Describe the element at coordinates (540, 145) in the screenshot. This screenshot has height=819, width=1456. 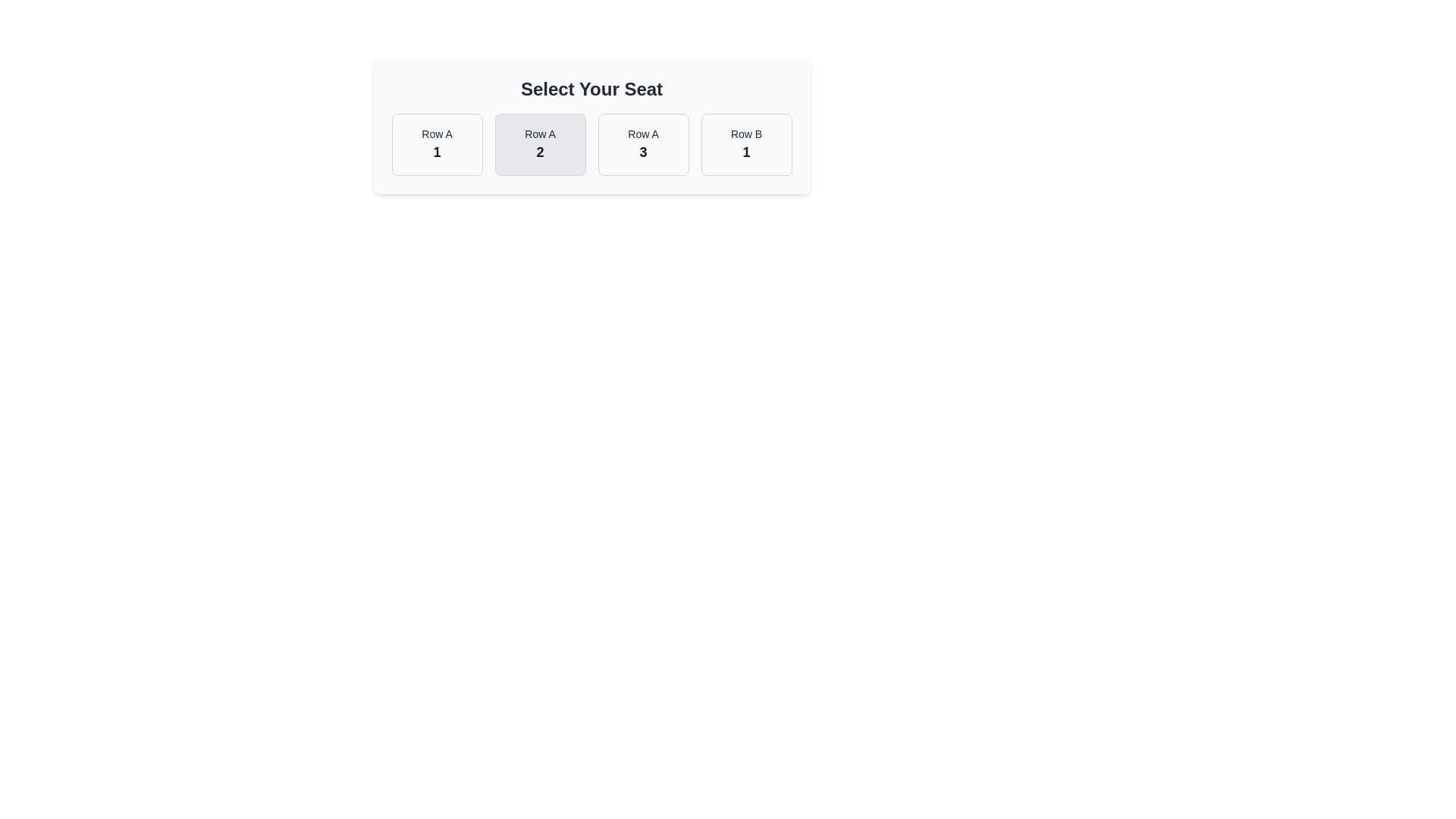
I see `the card UI element displaying 'Row A' and the numeral '2', which is the second item in a grid of four cards` at that location.